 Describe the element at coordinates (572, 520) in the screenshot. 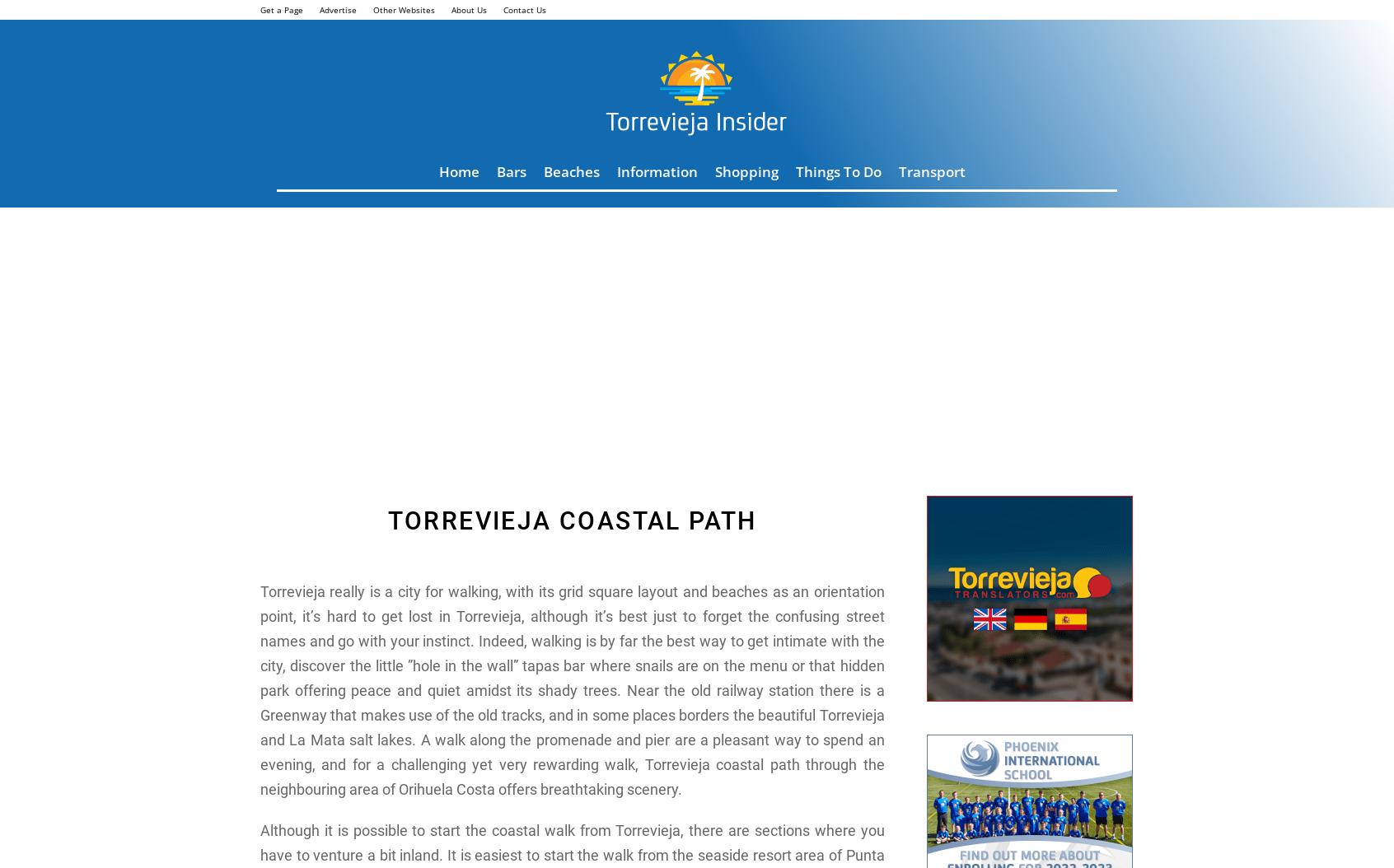

I see `'Torrevieja Coastal Path'` at that location.